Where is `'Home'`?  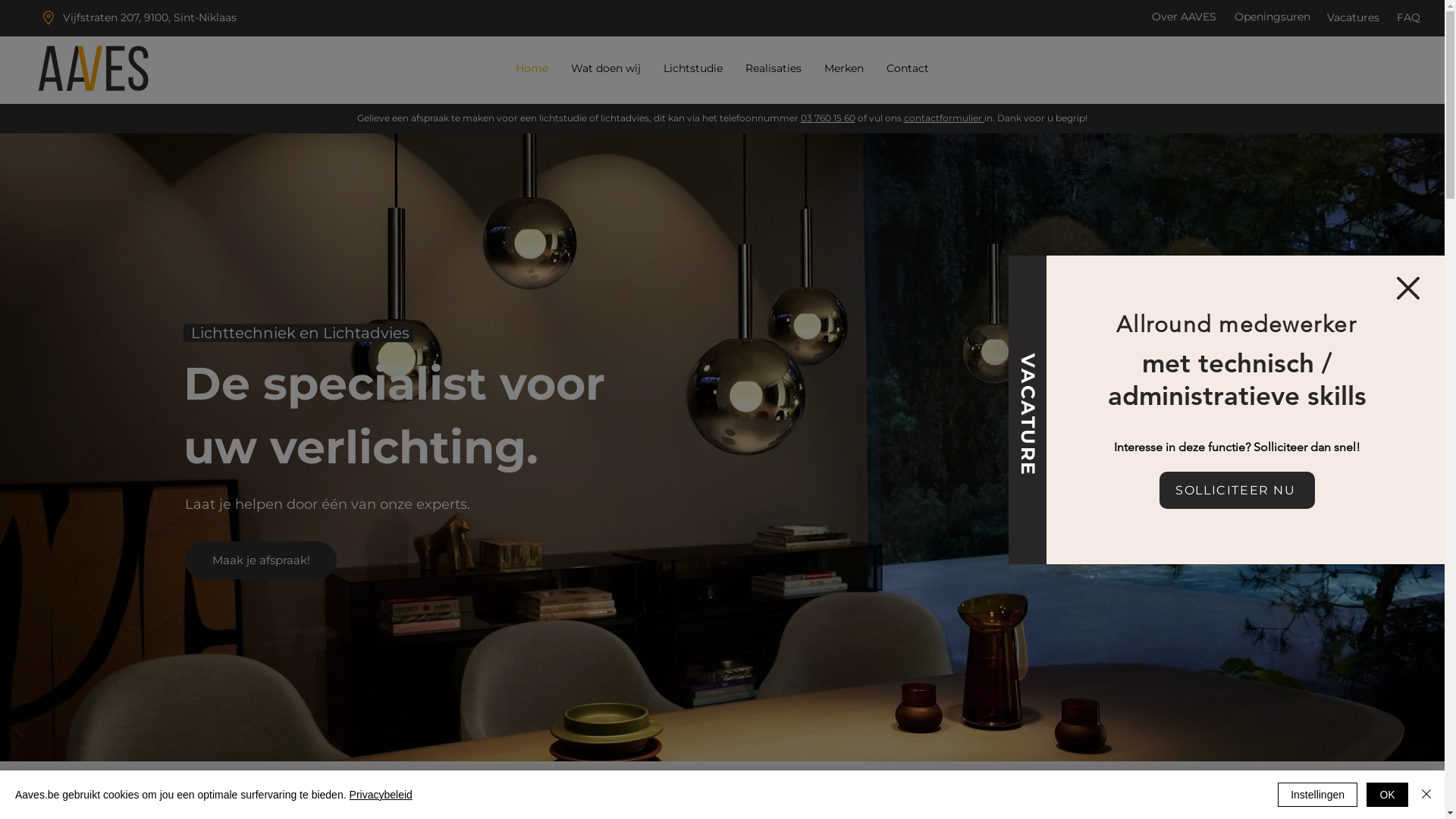
'Home' is located at coordinates (531, 68).